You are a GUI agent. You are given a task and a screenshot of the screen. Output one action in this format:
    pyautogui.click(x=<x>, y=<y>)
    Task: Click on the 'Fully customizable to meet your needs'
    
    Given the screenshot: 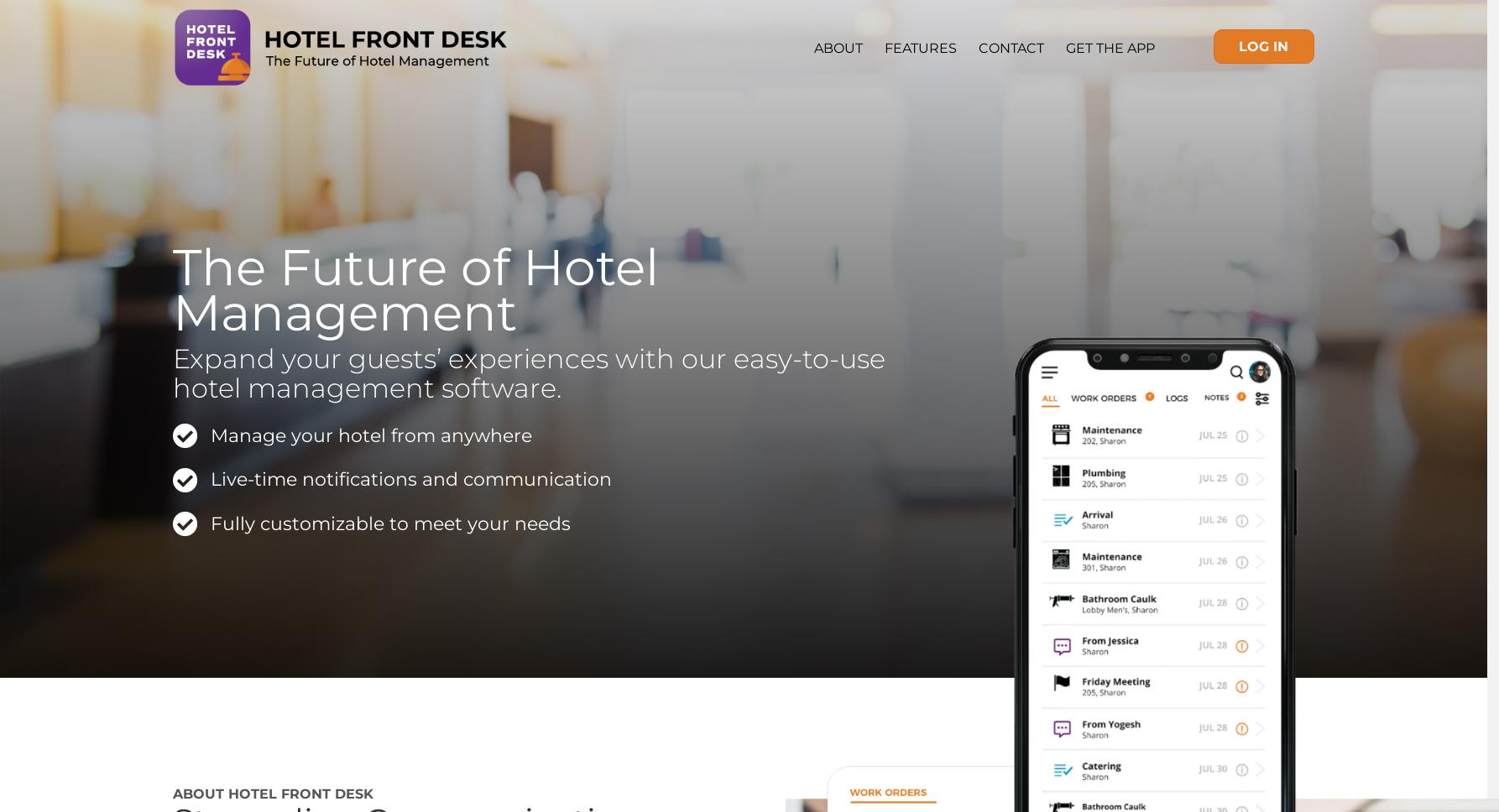 What is the action you would take?
    pyautogui.click(x=389, y=522)
    